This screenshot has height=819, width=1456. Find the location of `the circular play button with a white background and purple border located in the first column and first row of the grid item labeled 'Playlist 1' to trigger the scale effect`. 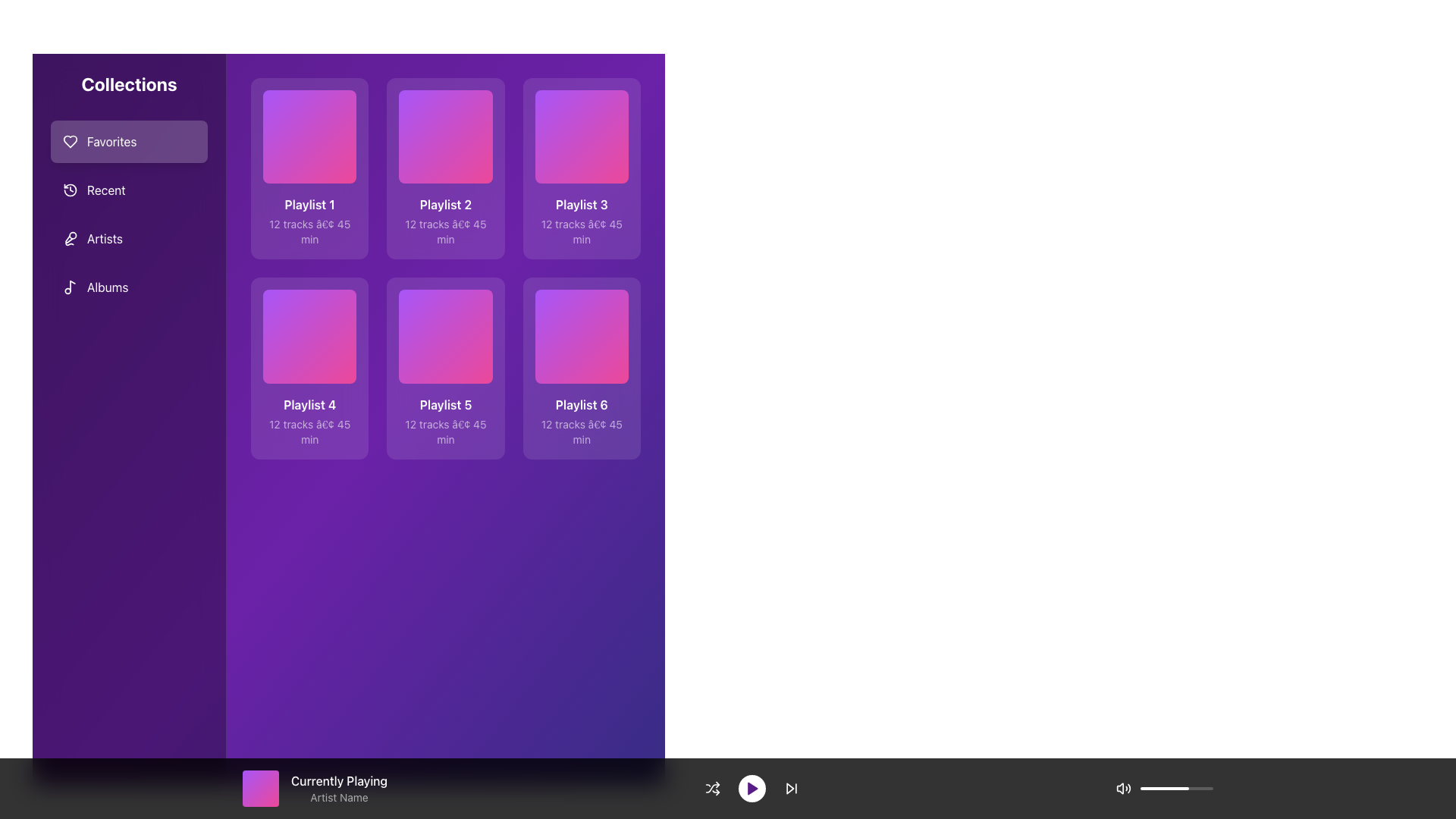

the circular play button with a white background and purple border located in the first column and first row of the grid item labeled 'Playlist 1' to trigger the scale effect is located at coordinates (309, 136).